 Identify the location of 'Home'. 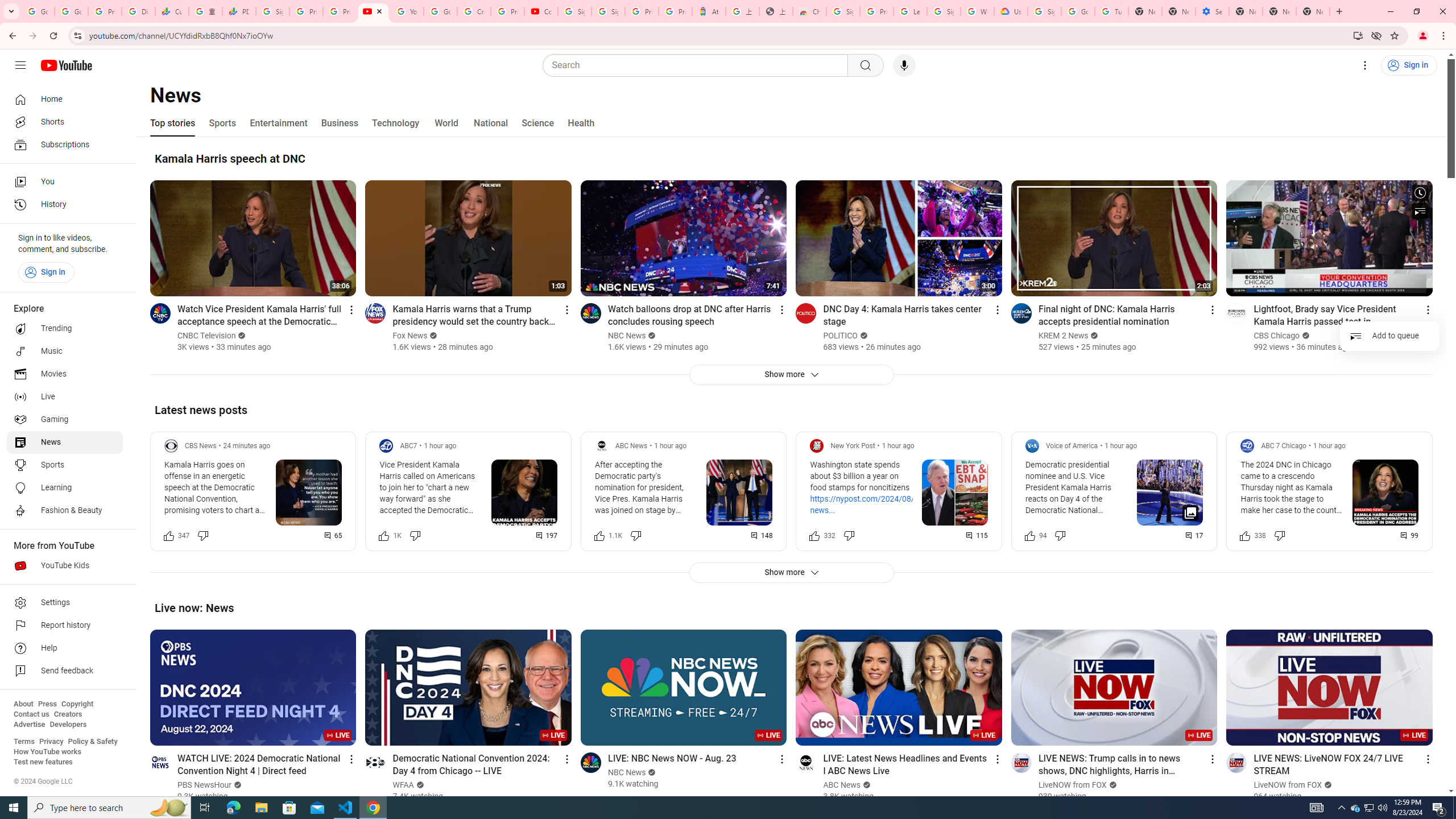
(64, 98).